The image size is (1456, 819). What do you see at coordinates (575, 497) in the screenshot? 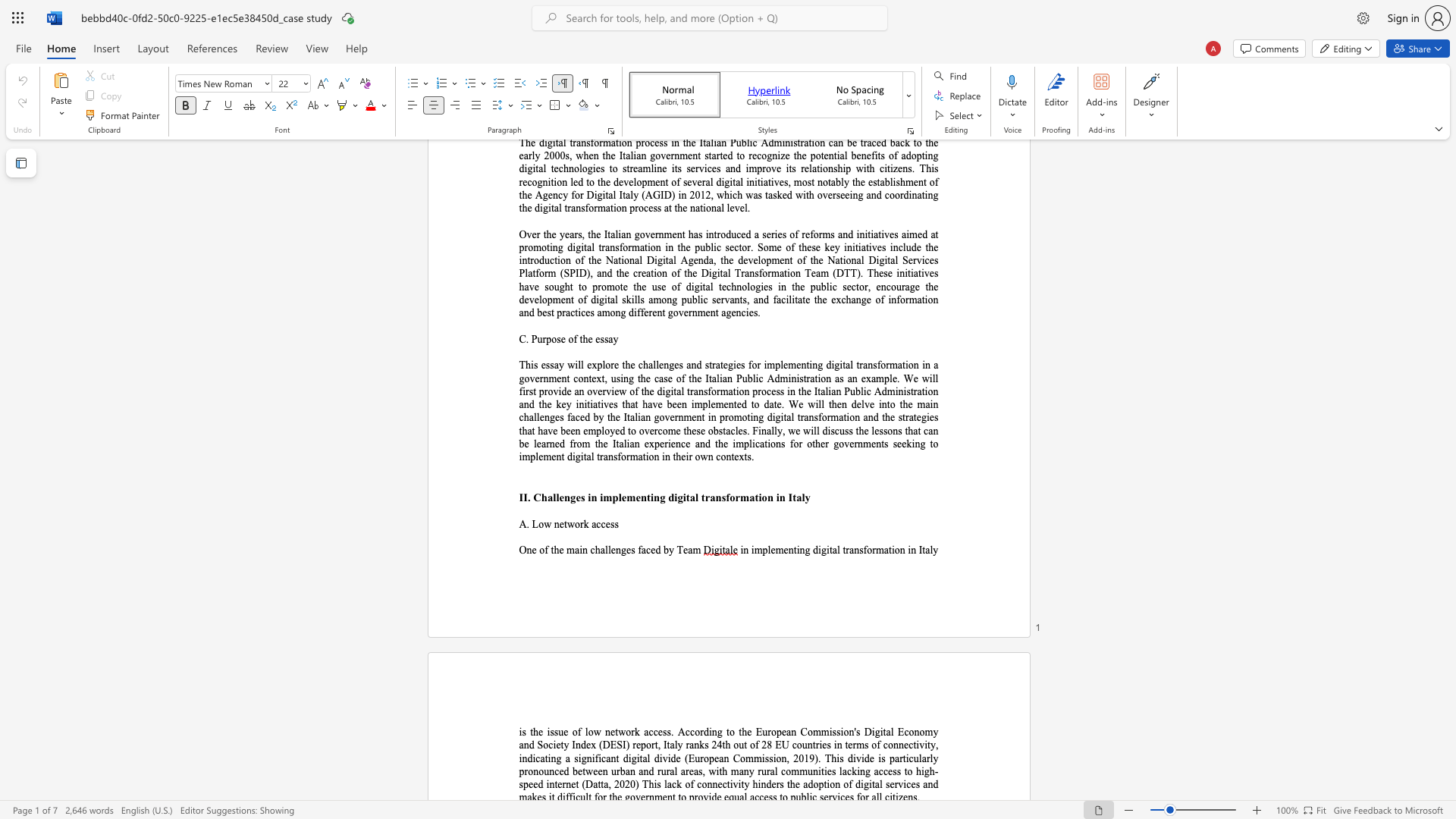
I see `the subset text "es in implementing digital transformation in" within the text "II. Challenges in implementing digital transformation in Italy"` at bounding box center [575, 497].